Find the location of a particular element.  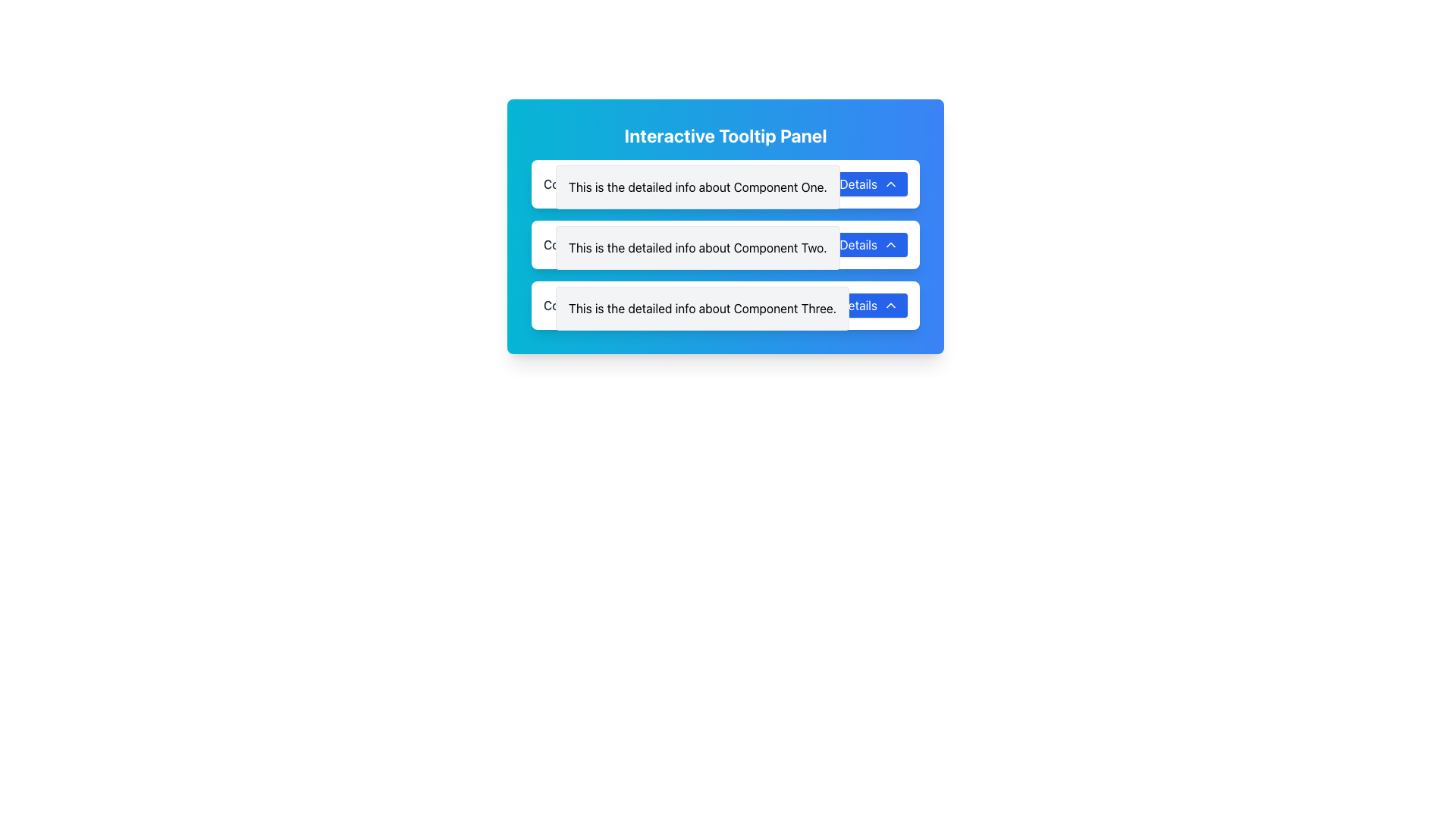

the upward-pointing chevron arrow icon located in the bottom-right of the 'Details' button is located at coordinates (891, 305).